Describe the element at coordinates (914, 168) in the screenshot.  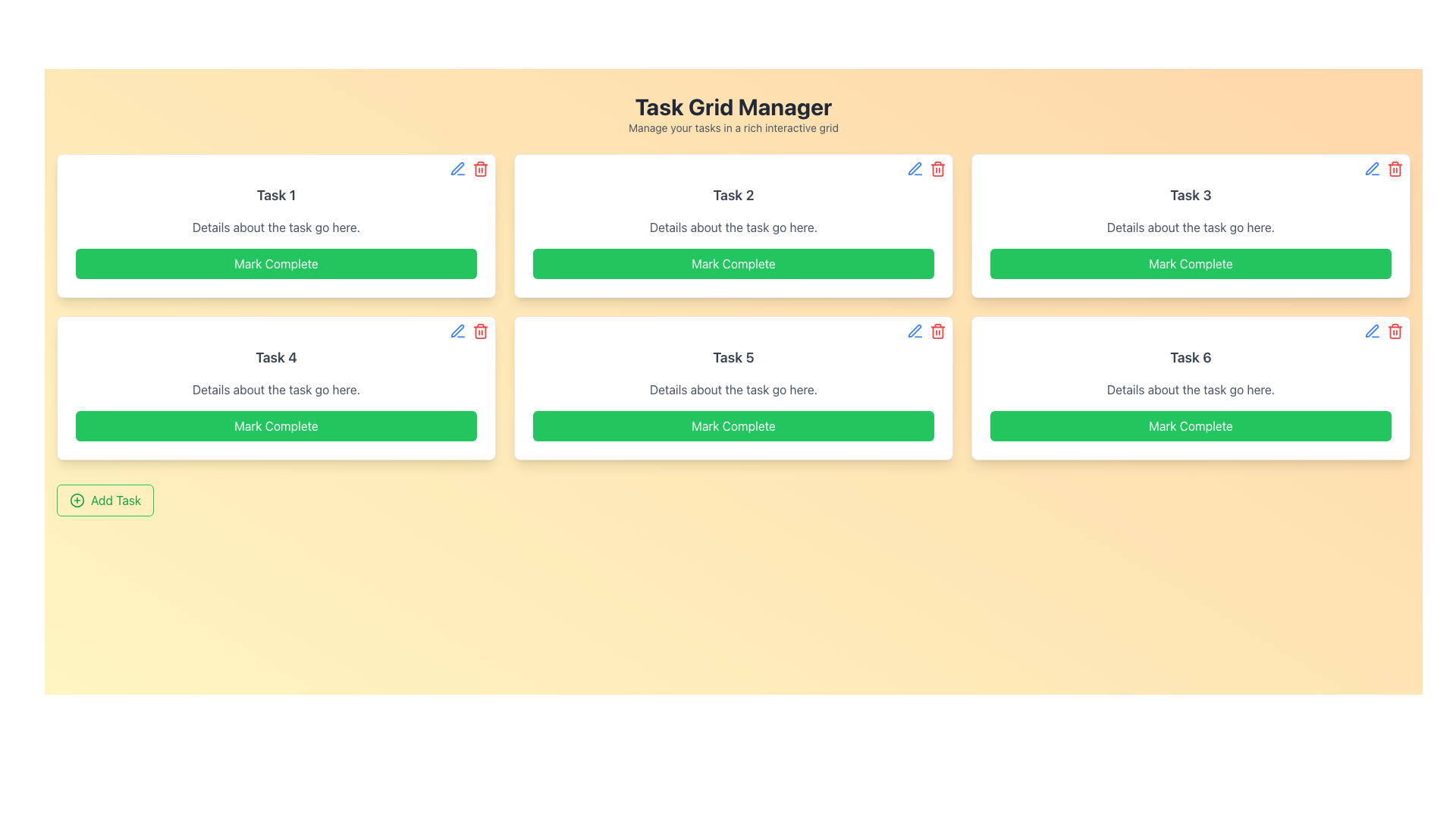
I see `the pen icon in the top-right corner of the 'Task 2' card` at that location.